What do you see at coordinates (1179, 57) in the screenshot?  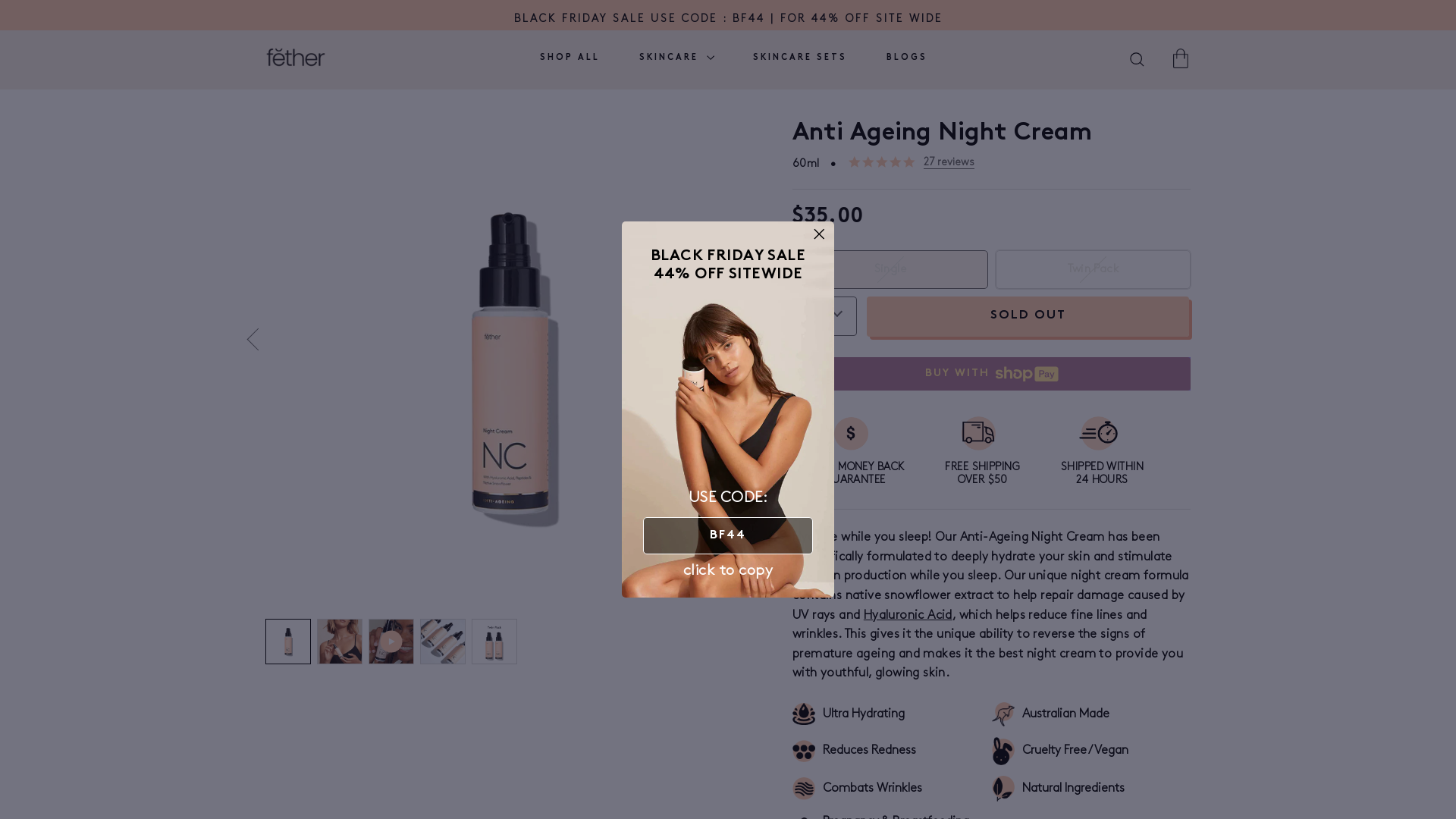 I see `'CART'` at bounding box center [1179, 57].